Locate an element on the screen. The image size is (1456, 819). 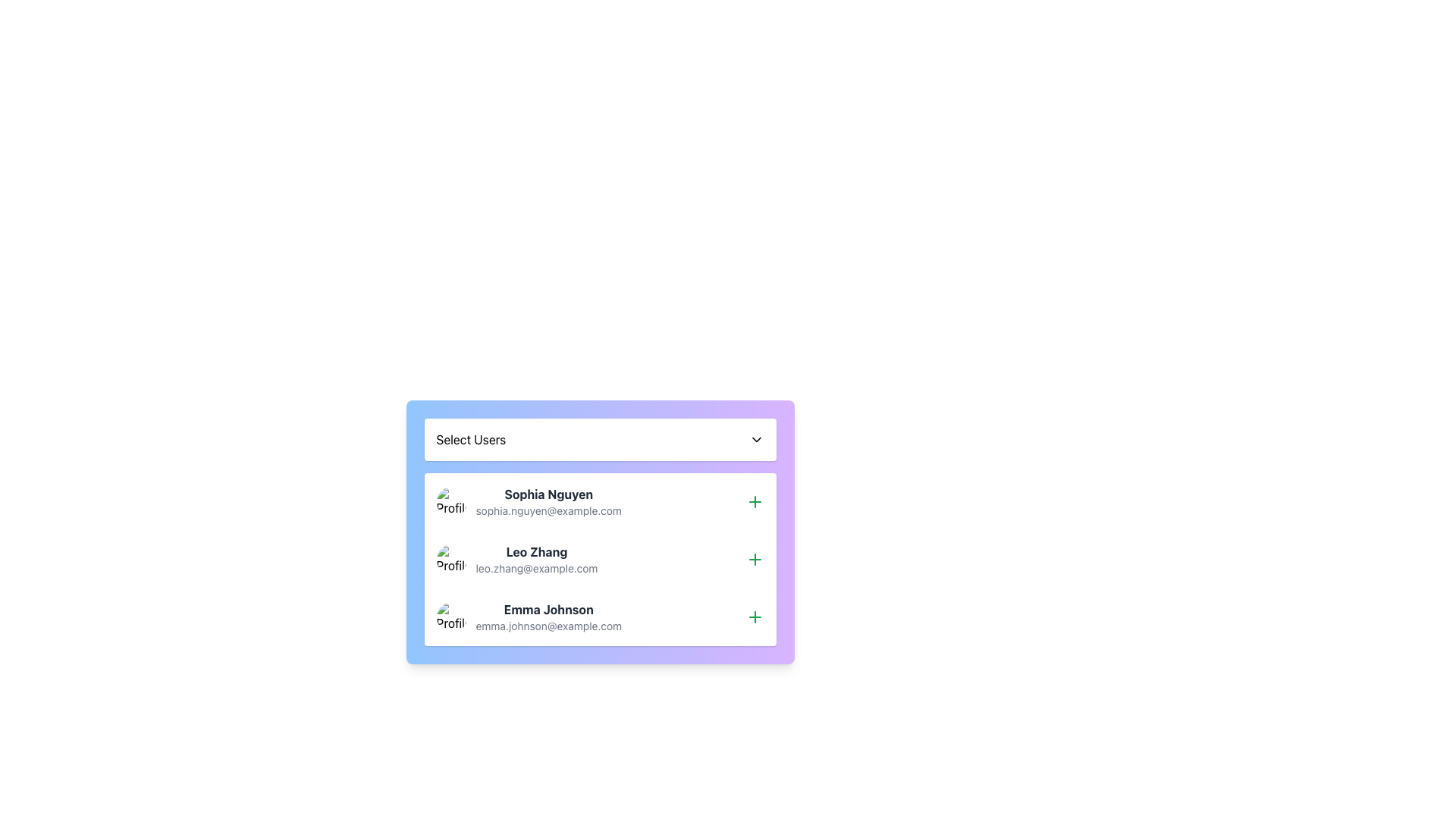
the downward-pointing chevron icon in the 'Select Users' dropdown menu is located at coordinates (756, 439).